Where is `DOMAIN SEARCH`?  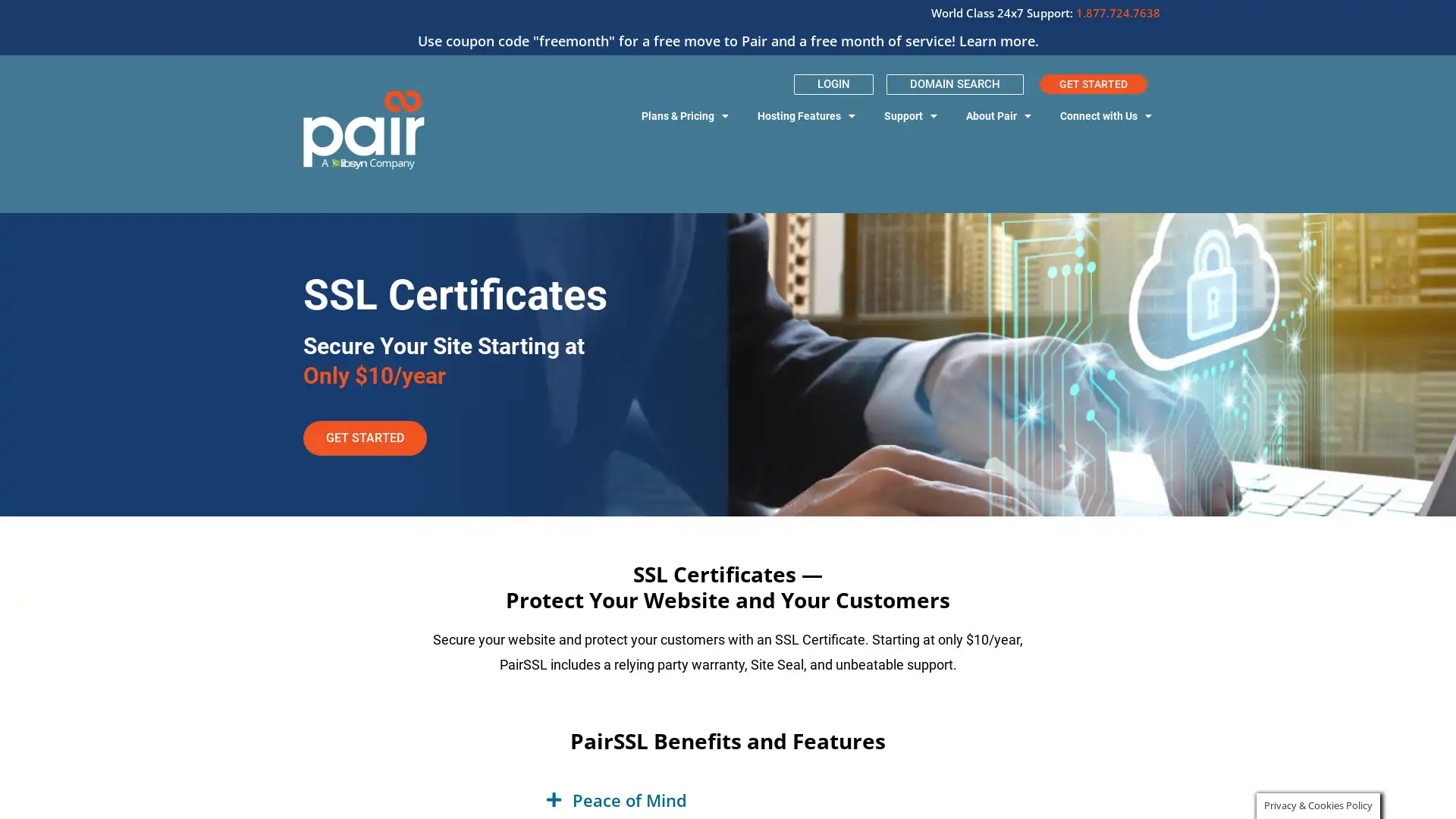 DOMAIN SEARCH is located at coordinates (953, 84).